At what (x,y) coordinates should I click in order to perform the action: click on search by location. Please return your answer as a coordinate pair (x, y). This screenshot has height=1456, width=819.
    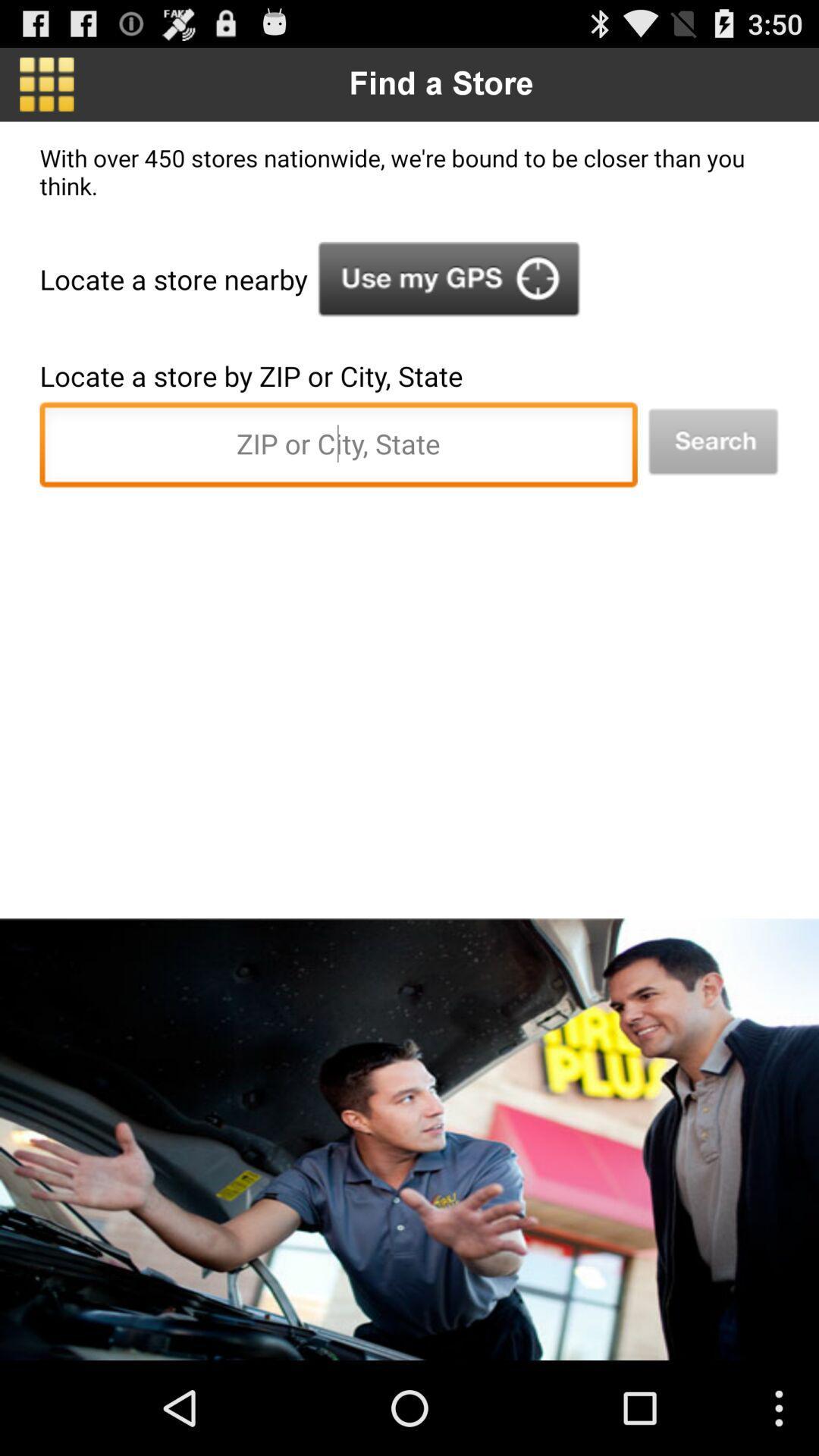
    Looking at the image, I should click on (713, 441).